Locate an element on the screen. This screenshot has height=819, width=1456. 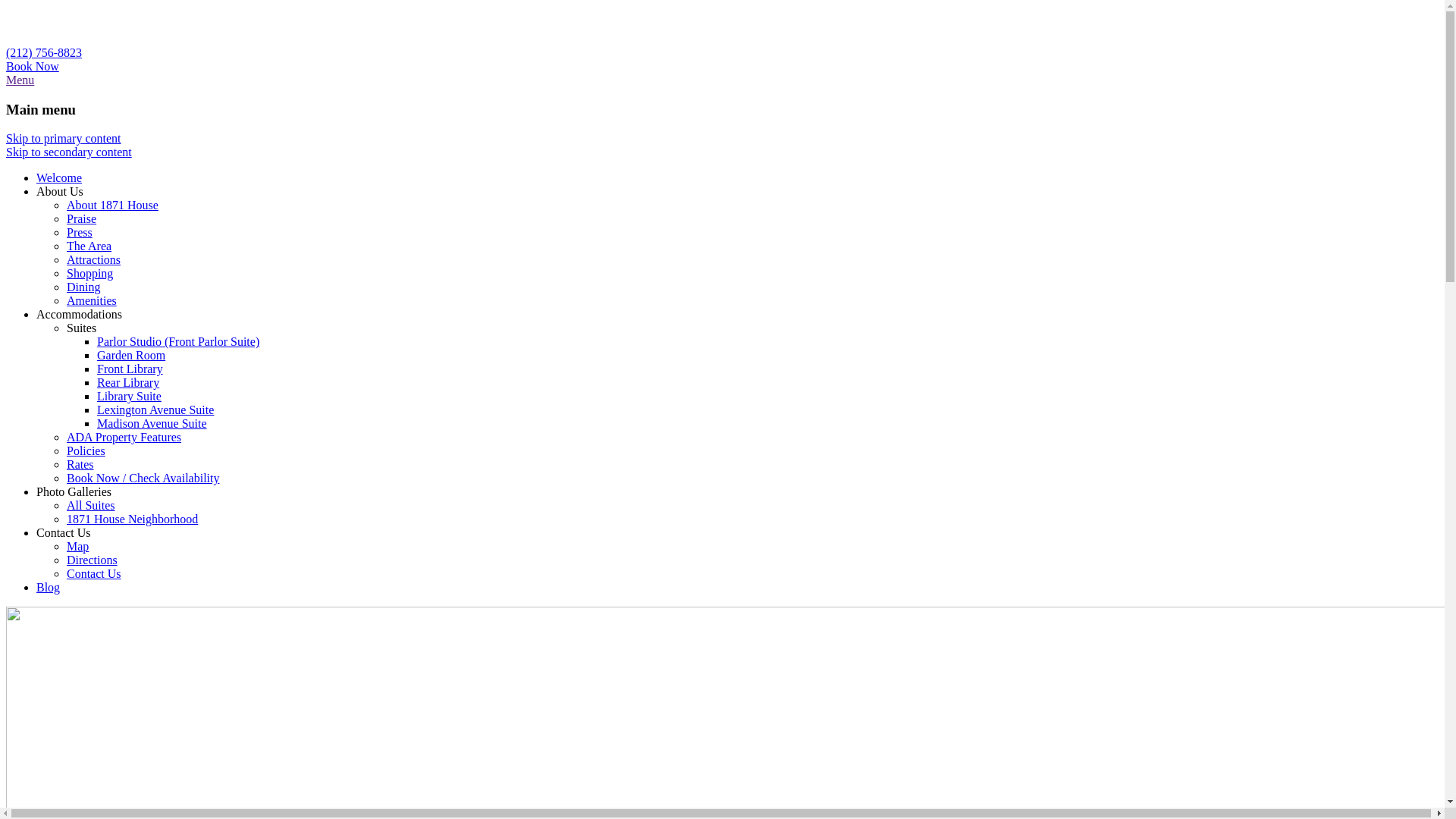
'Skip to secondary content' is located at coordinates (68, 152).